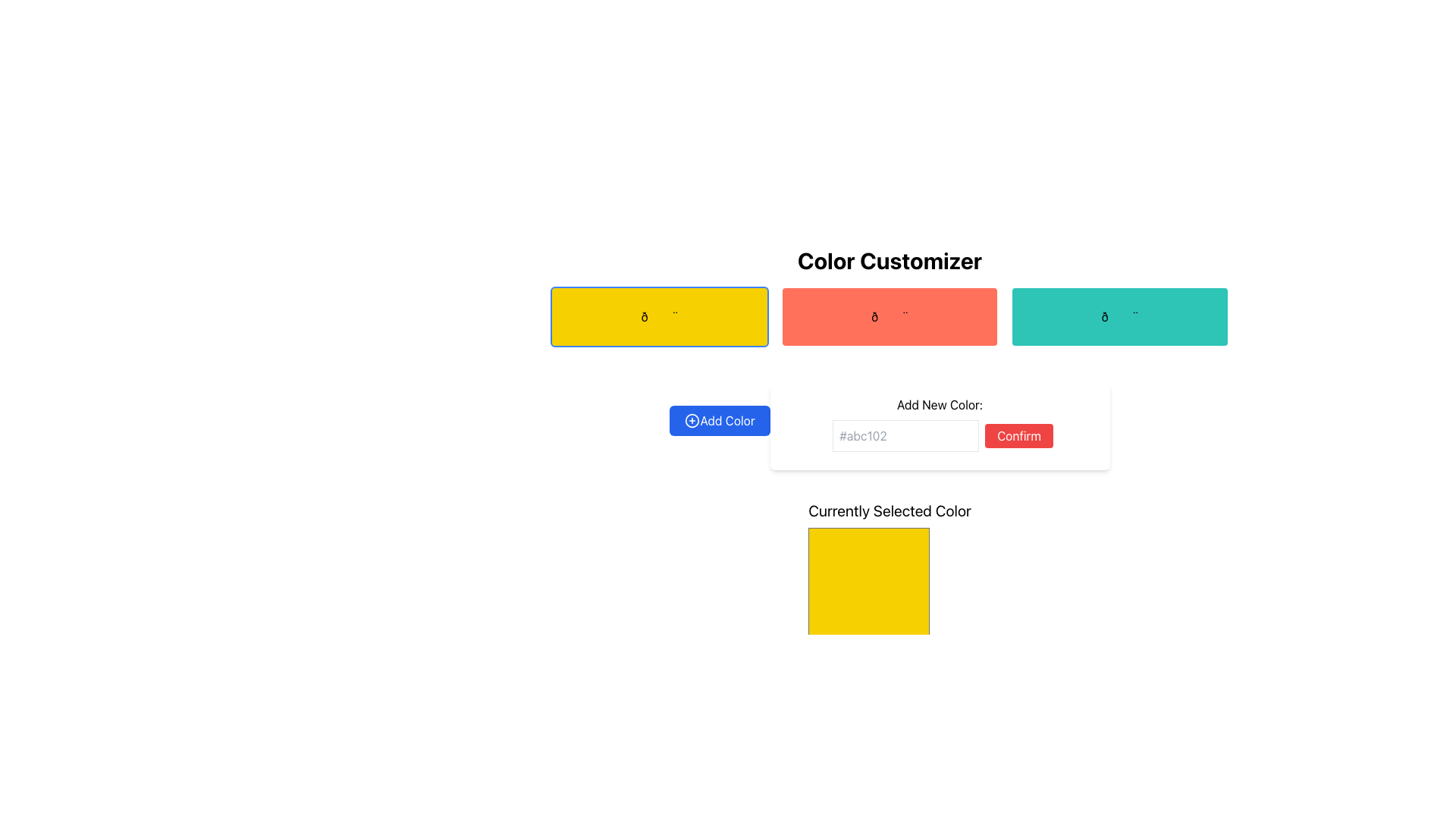  I want to click on the circular shape within the SVG icon that resembles a plus symbol, which is filled with no color and has a visible stroke, so click(692, 421).